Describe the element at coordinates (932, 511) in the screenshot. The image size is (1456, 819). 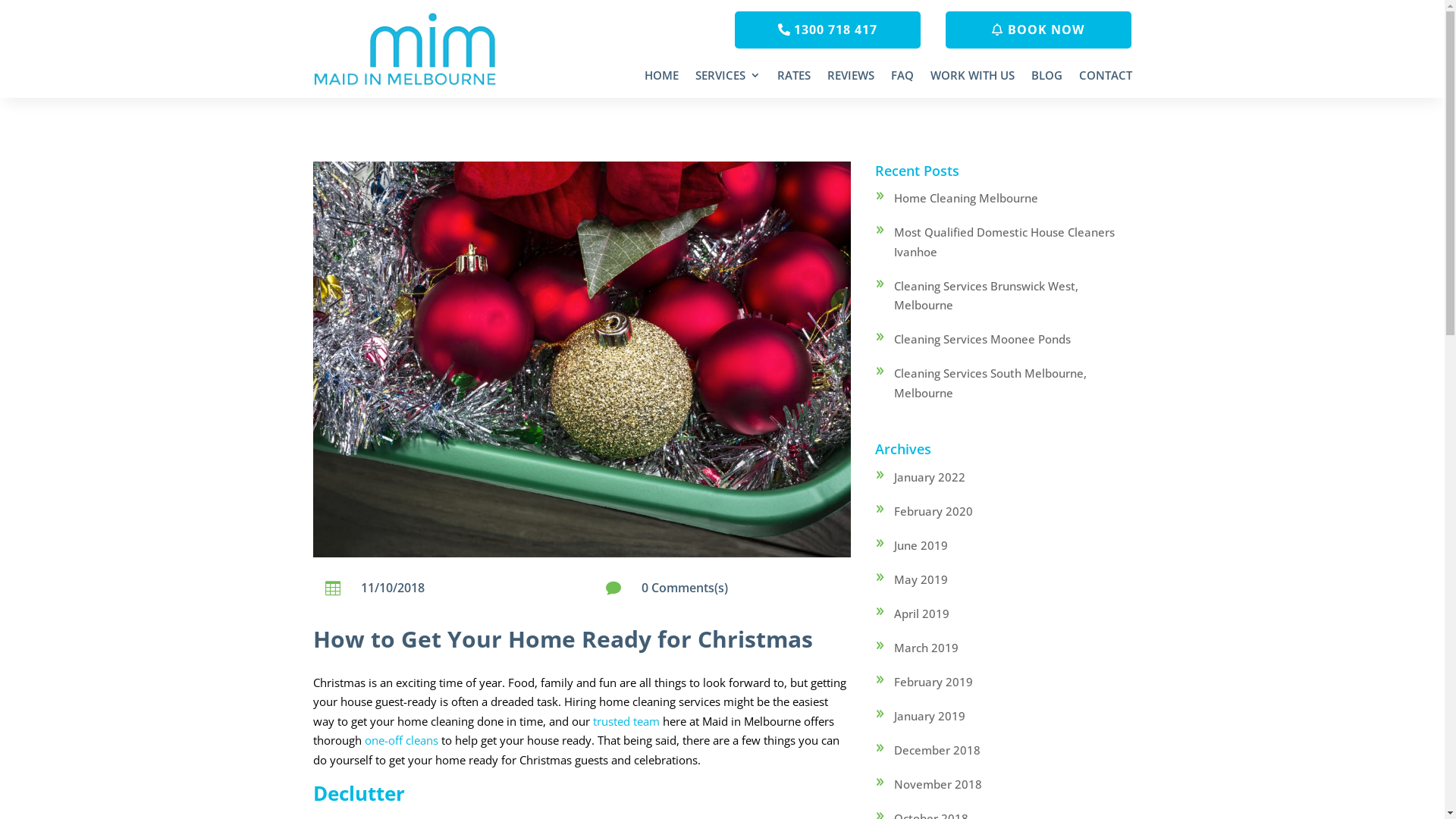
I see `'February 2020'` at that location.